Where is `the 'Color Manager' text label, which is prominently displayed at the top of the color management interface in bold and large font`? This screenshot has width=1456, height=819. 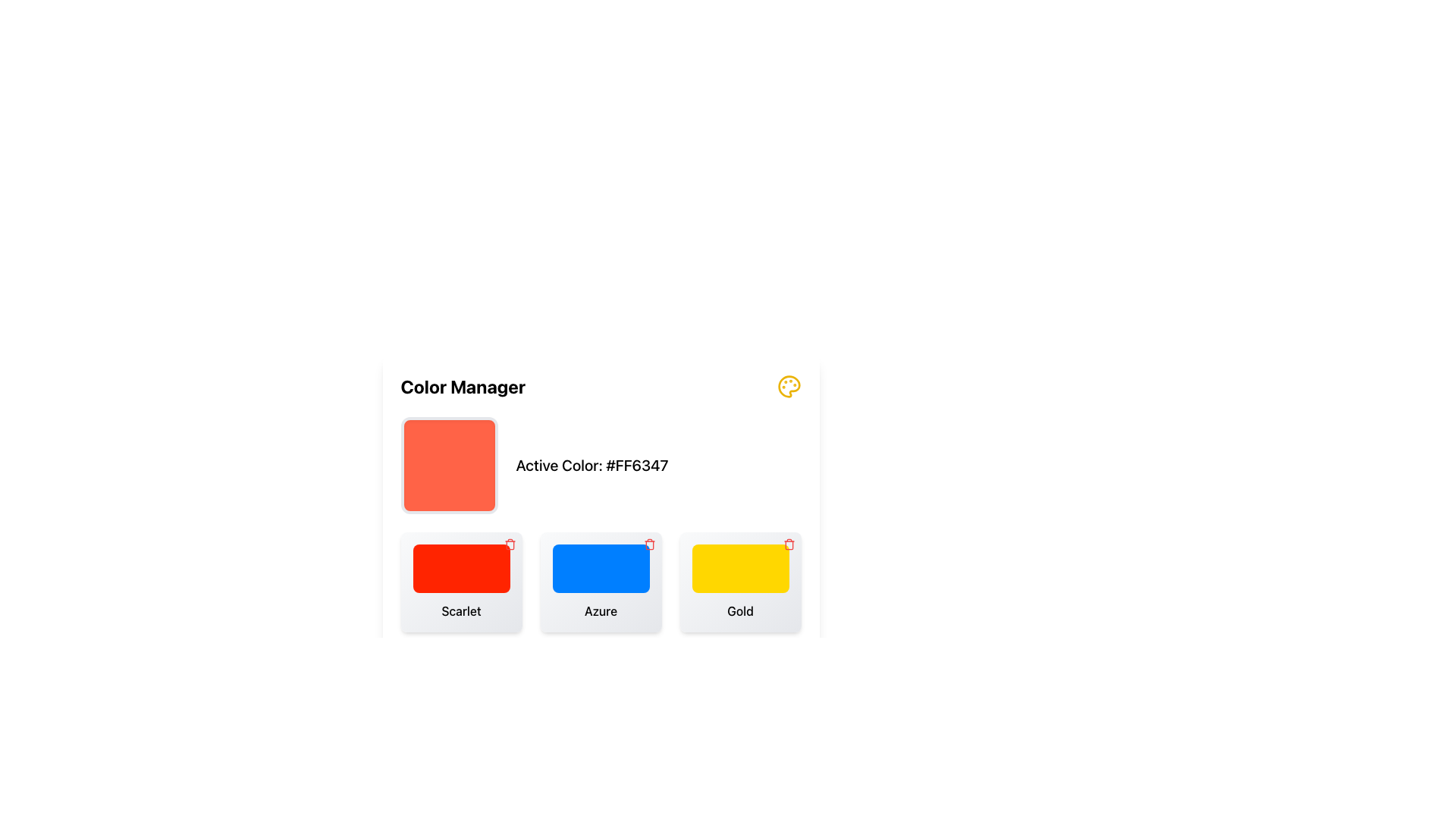 the 'Color Manager' text label, which is prominently displayed at the top of the color management interface in bold and large font is located at coordinates (462, 385).